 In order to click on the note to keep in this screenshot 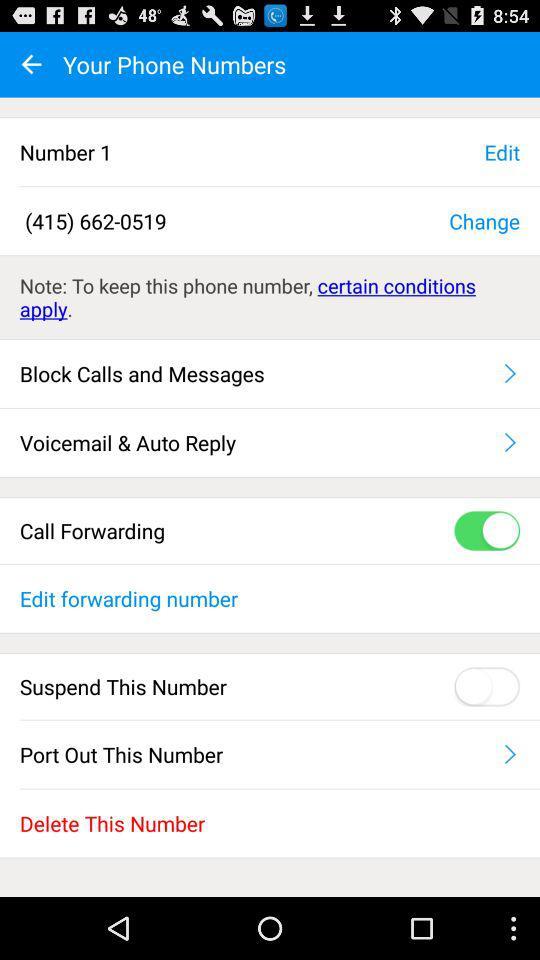, I will do `click(270, 296)`.